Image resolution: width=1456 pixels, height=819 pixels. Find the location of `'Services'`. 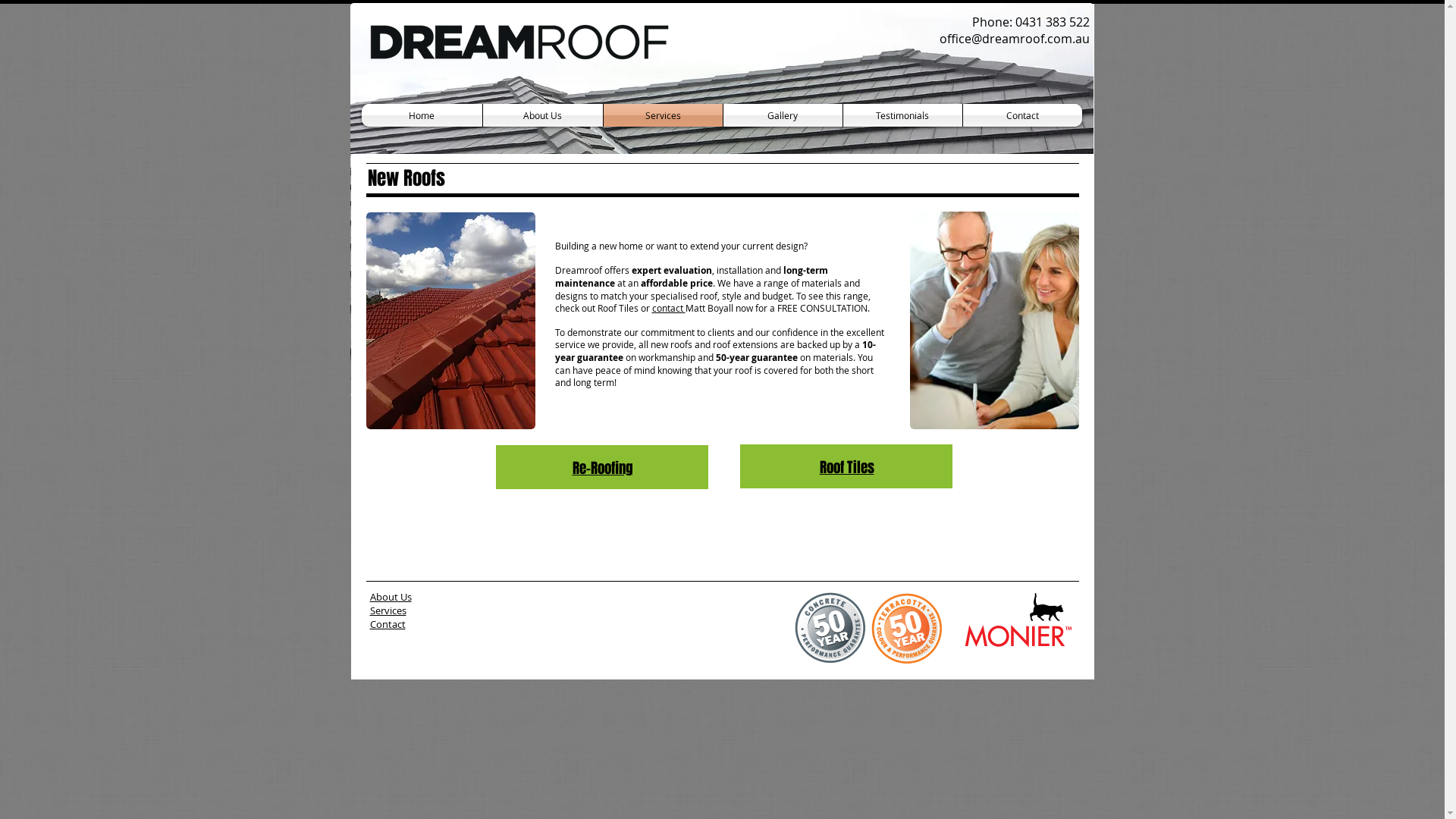

'Services' is located at coordinates (663, 114).